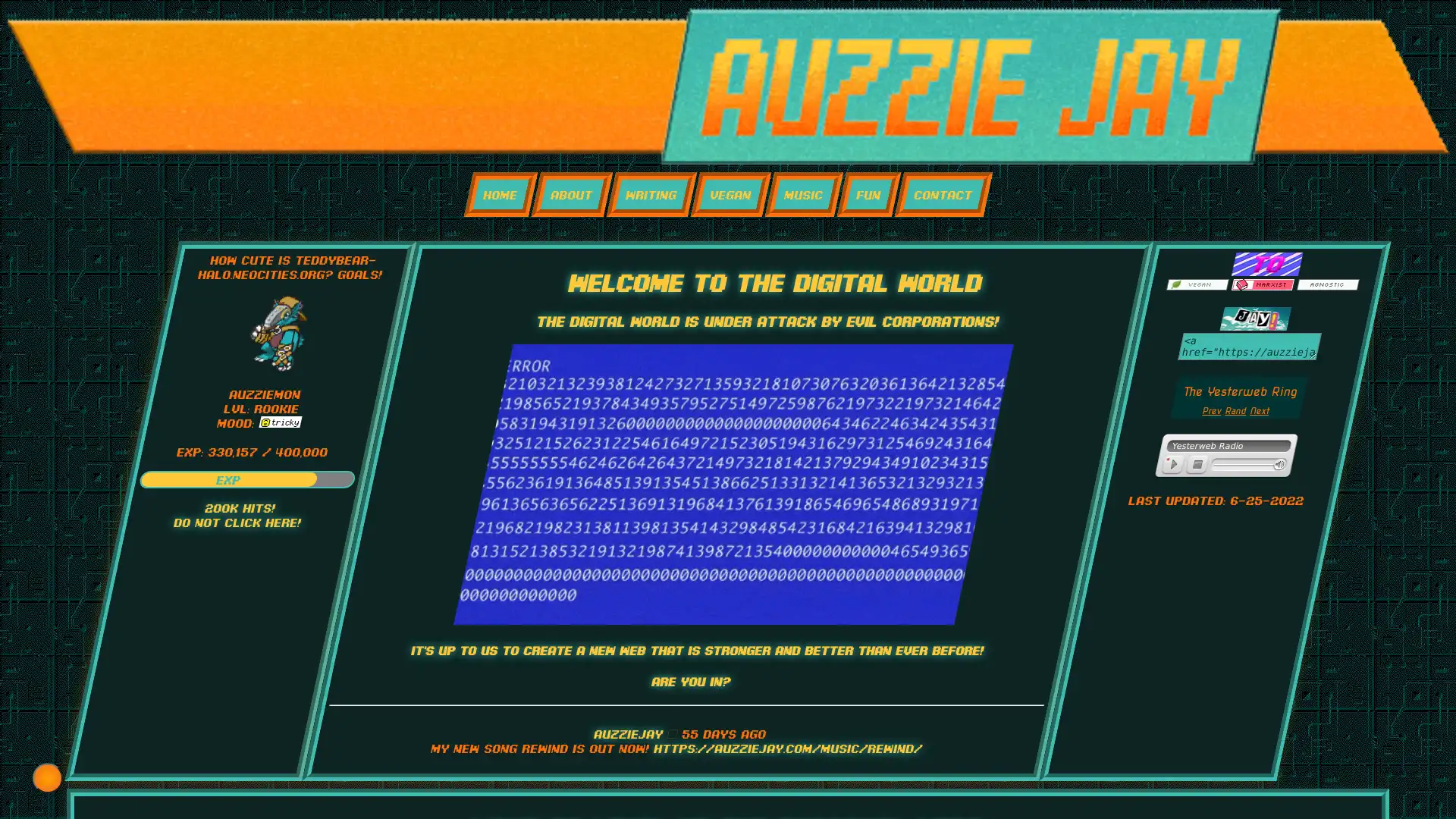 The image size is (1456, 819). I want to click on HOME, so click(500, 193).